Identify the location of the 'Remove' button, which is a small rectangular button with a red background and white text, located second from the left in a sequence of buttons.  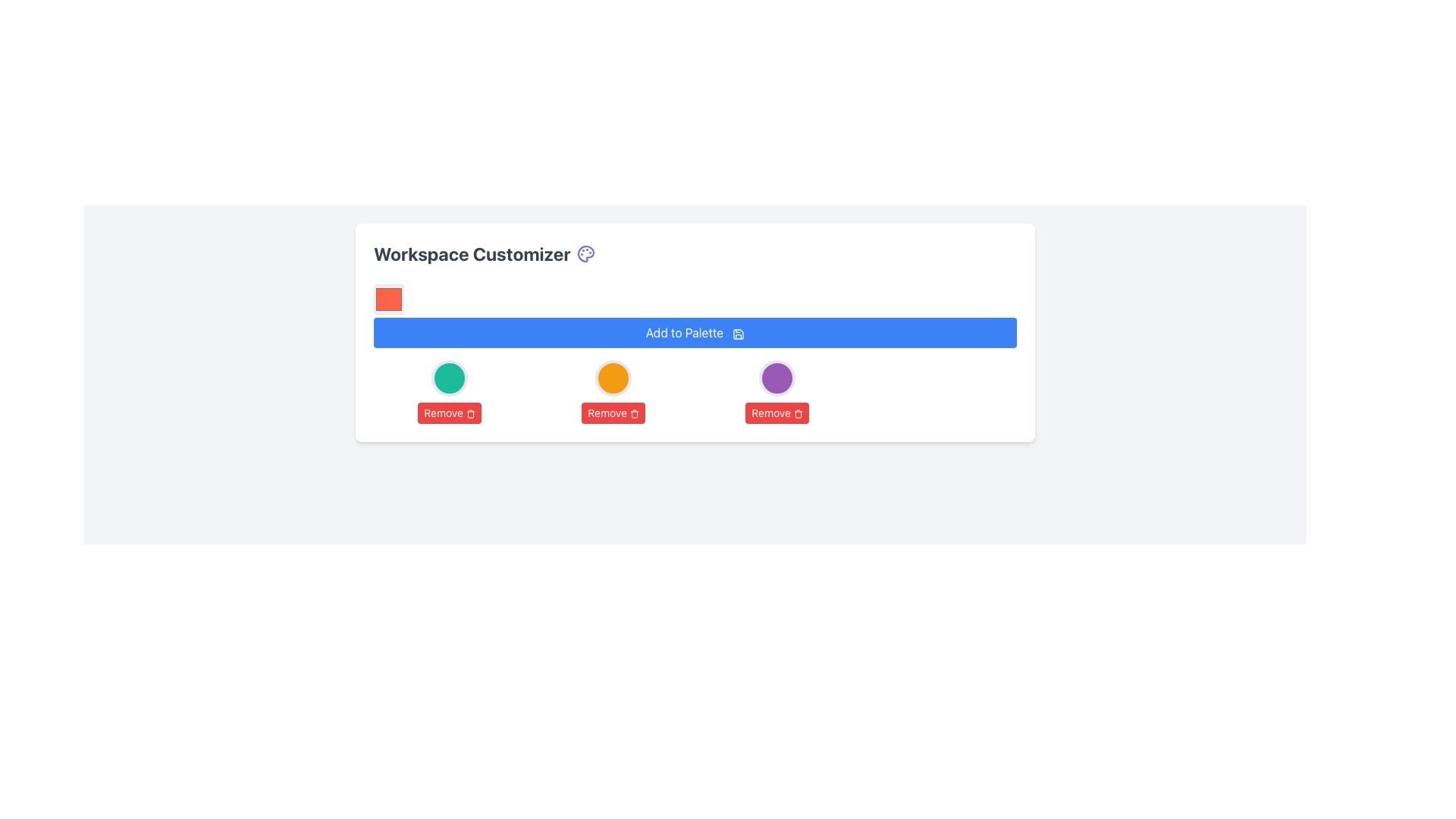
(613, 413).